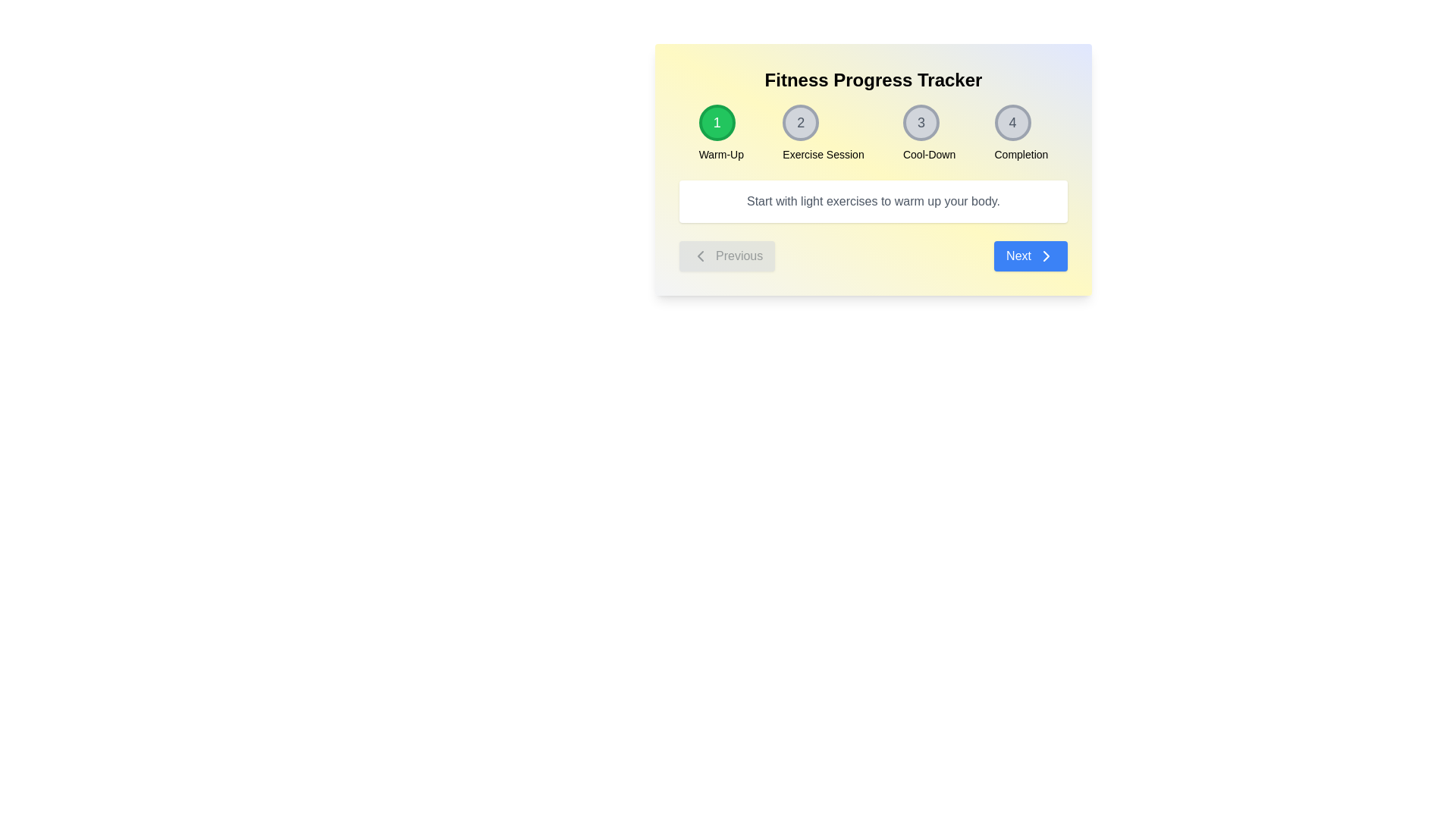 This screenshot has width=1456, height=819. I want to click on the 'Cool-Down' text label located below the circular icon labeled '3' in the UI progress tracker, so click(928, 155).